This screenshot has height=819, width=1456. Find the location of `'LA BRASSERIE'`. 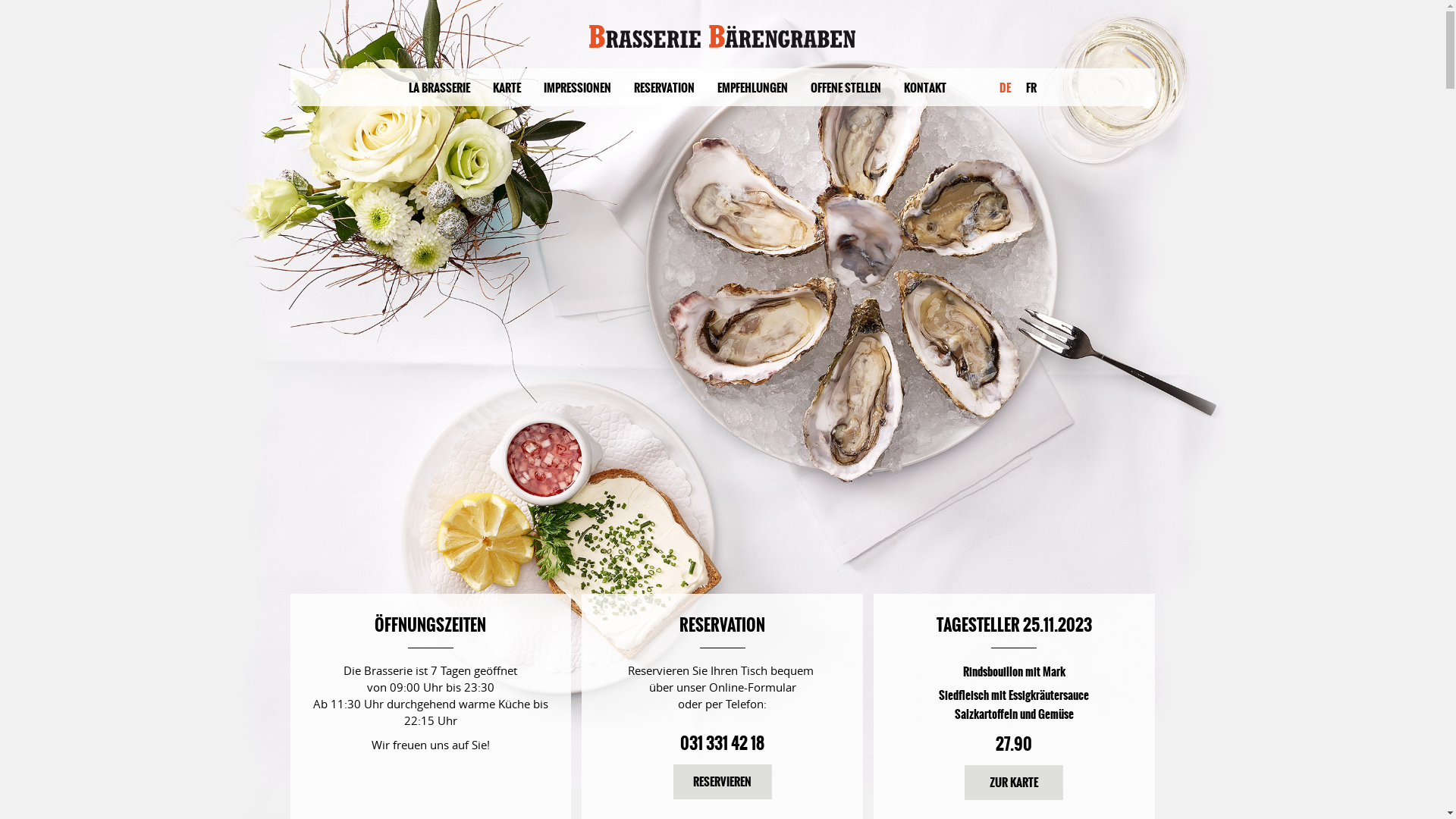

'LA BRASSERIE' is located at coordinates (438, 87).